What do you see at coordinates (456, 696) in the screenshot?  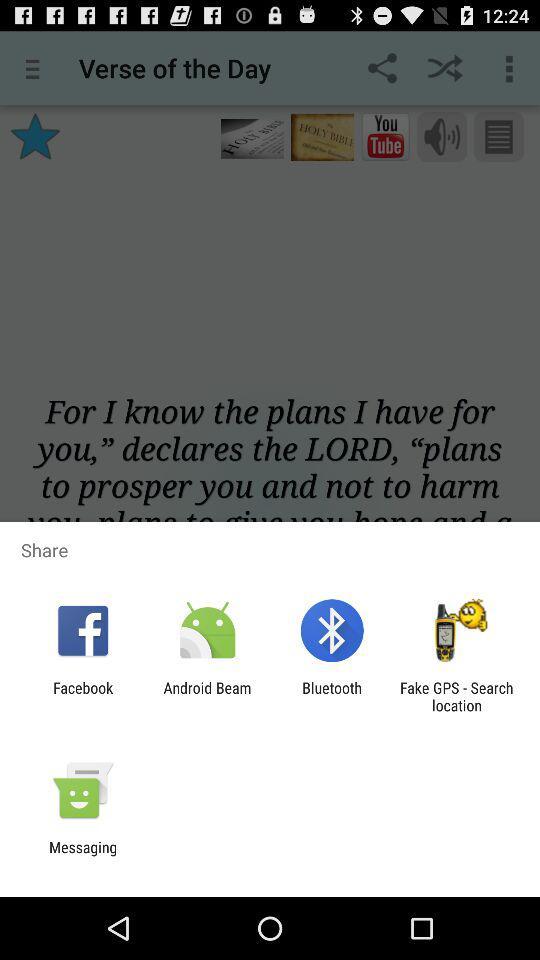 I see `fake gps search at the bottom right corner` at bounding box center [456, 696].